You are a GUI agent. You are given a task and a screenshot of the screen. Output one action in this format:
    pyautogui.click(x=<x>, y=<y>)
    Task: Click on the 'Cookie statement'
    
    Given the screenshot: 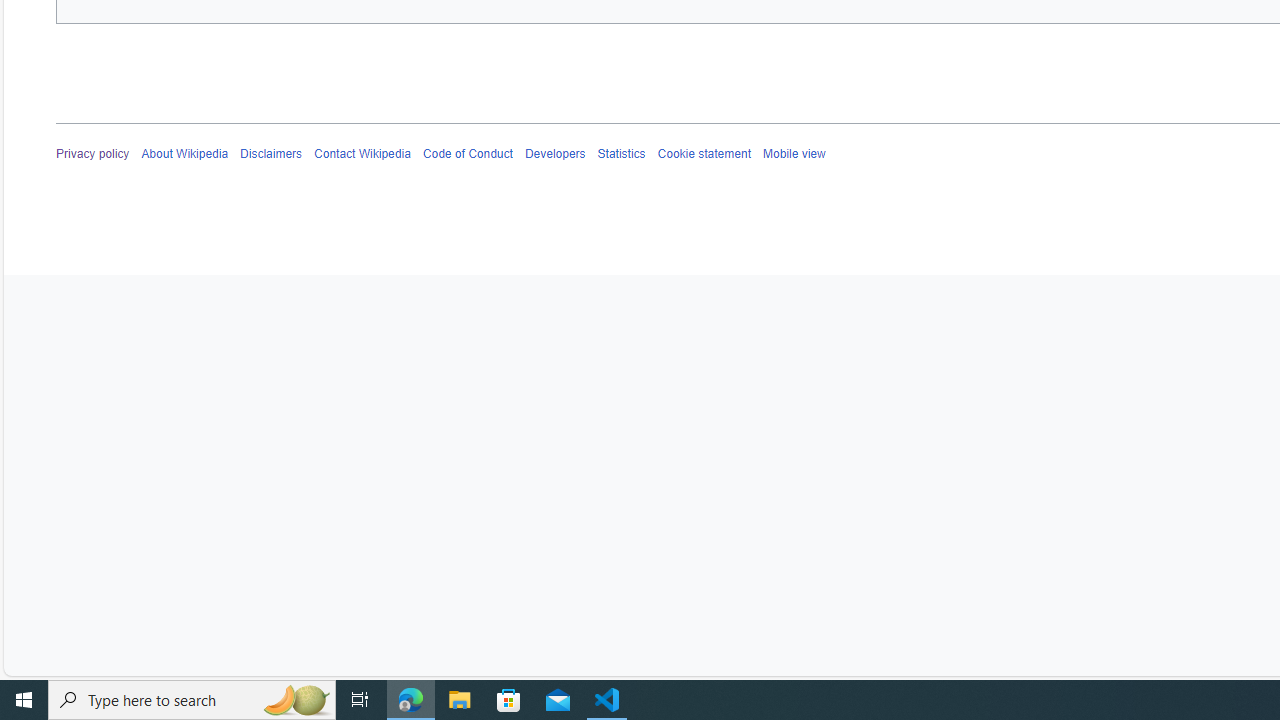 What is the action you would take?
    pyautogui.click(x=704, y=153)
    